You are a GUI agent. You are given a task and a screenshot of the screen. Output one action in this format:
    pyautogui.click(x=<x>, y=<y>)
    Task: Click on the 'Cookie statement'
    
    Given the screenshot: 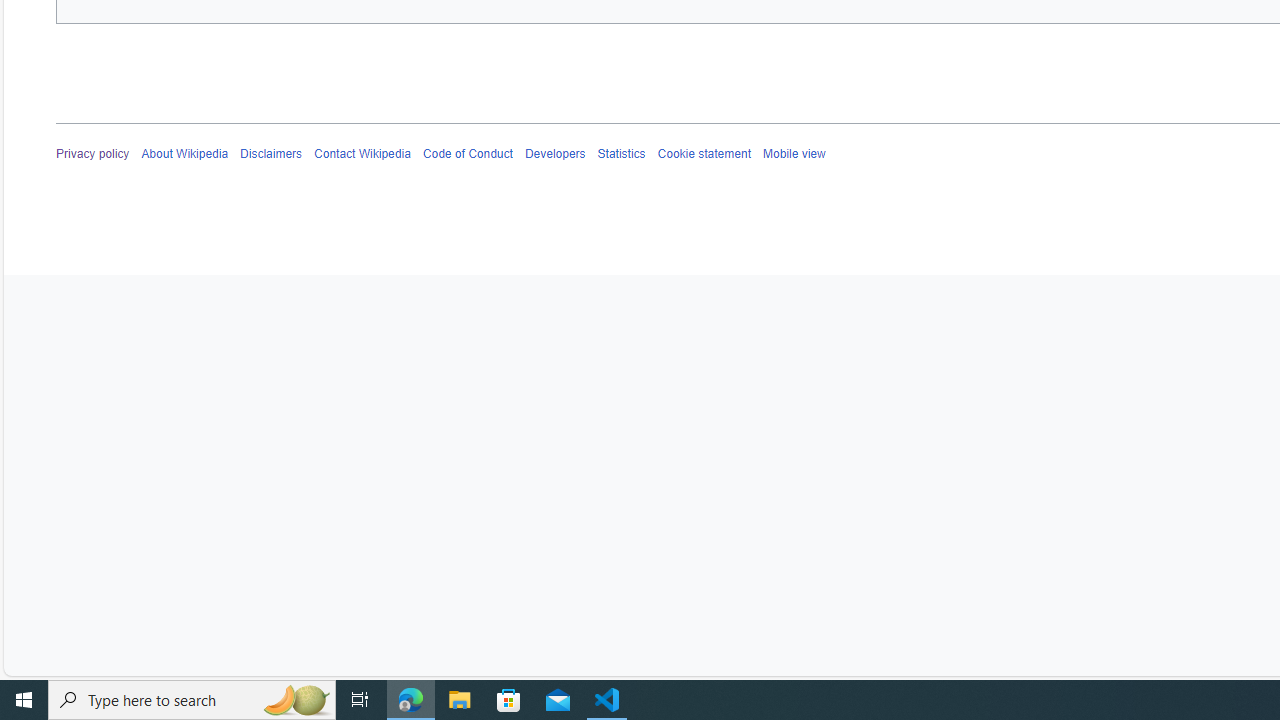 What is the action you would take?
    pyautogui.click(x=704, y=153)
    